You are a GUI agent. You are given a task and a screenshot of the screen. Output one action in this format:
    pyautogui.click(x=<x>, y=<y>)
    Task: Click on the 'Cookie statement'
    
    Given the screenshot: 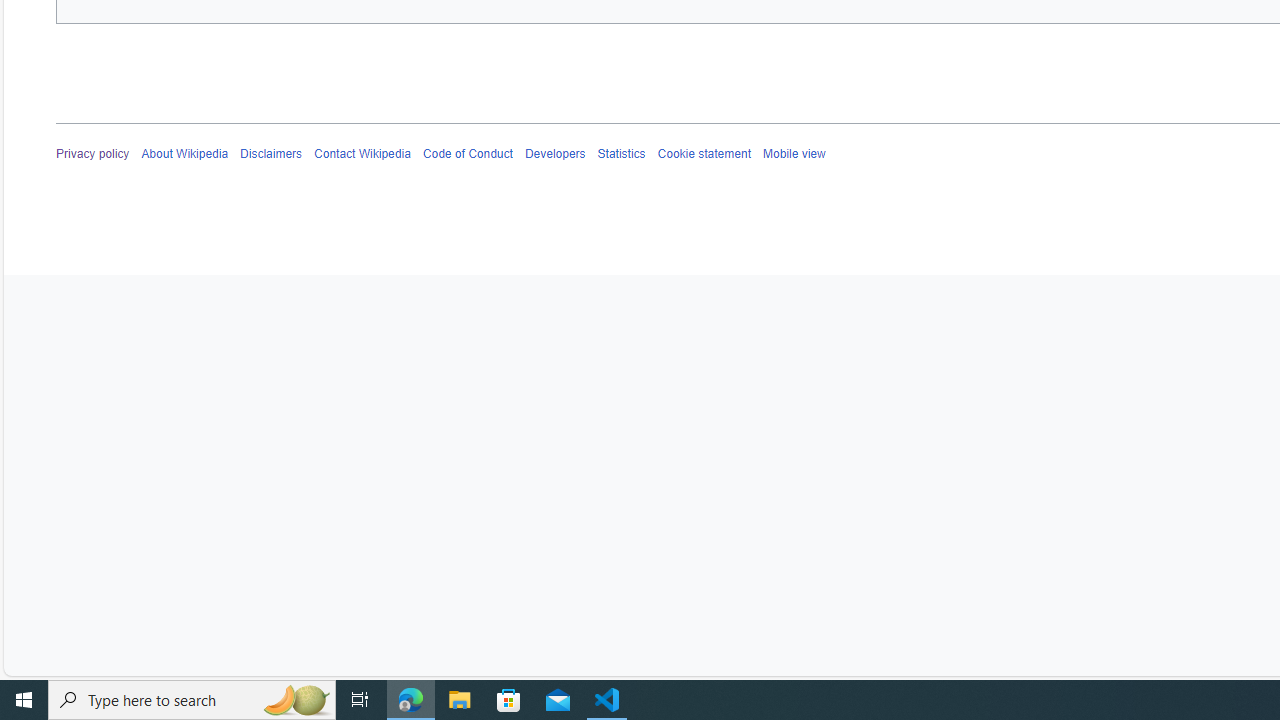 What is the action you would take?
    pyautogui.click(x=704, y=153)
    